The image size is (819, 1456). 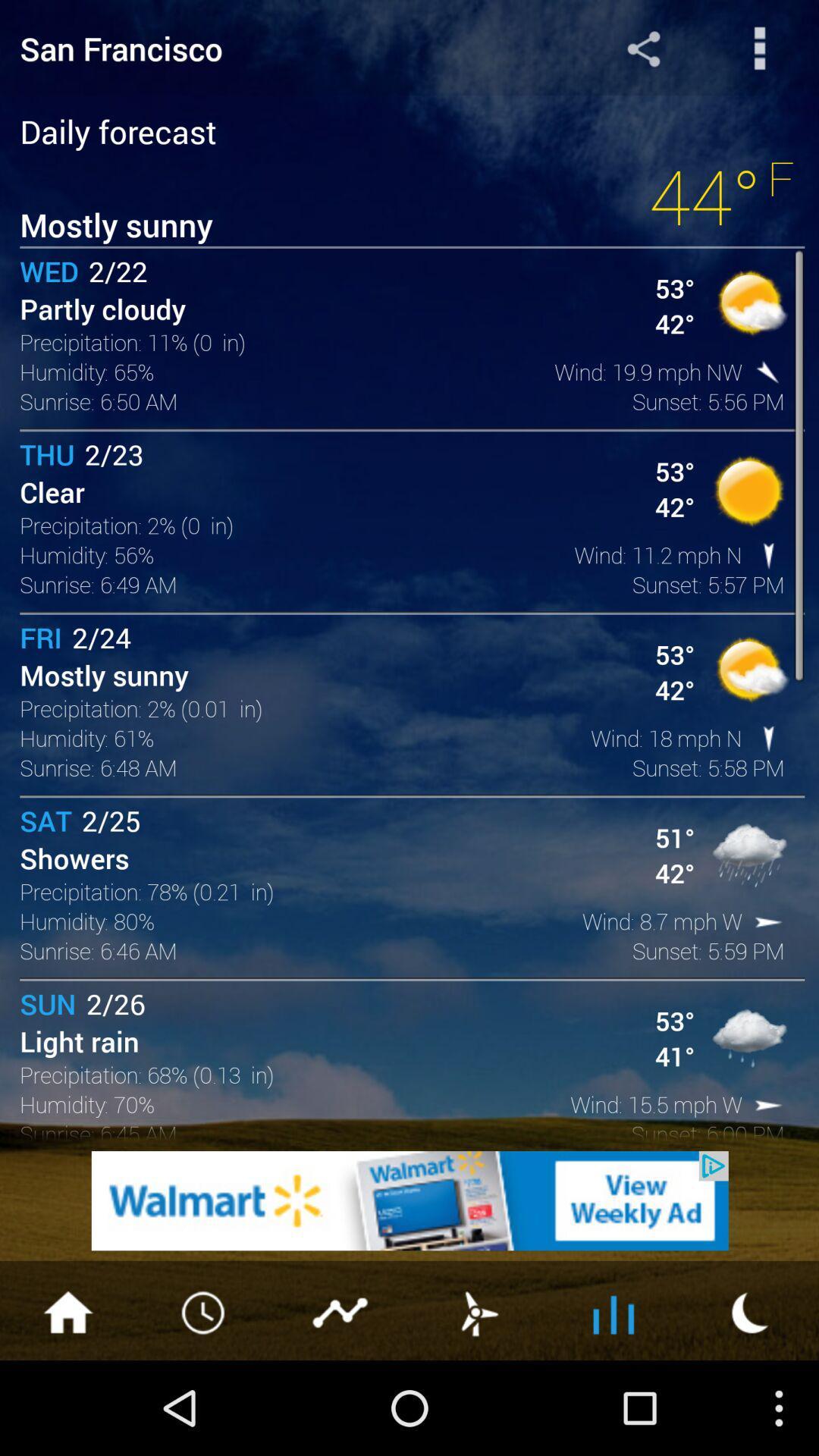 I want to click on the weather icon, so click(x=751, y=1402).